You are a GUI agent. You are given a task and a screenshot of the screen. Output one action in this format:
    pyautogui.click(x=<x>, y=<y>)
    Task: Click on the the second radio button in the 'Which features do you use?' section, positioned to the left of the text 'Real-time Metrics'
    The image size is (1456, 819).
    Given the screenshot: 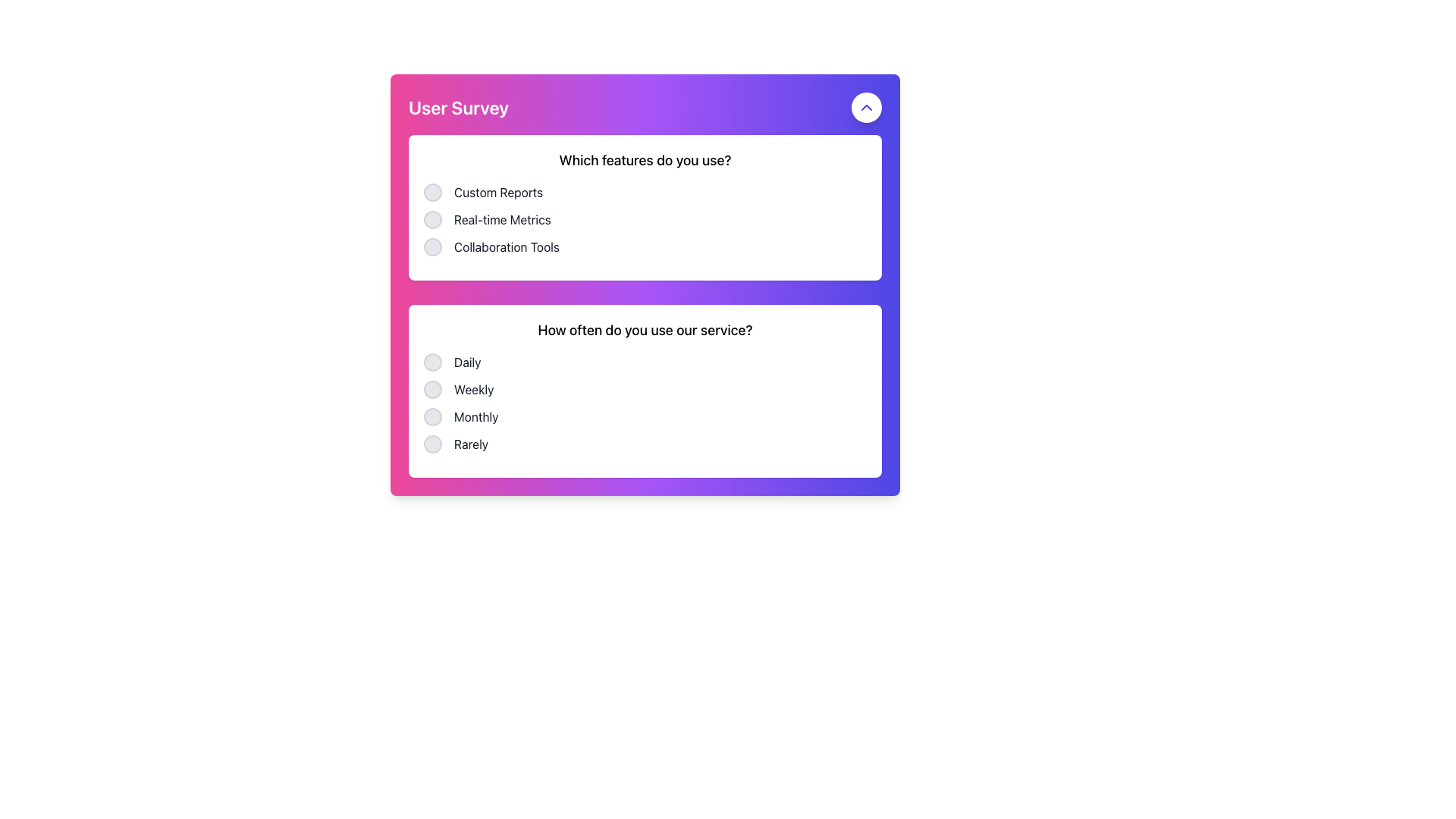 What is the action you would take?
    pyautogui.click(x=432, y=219)
    